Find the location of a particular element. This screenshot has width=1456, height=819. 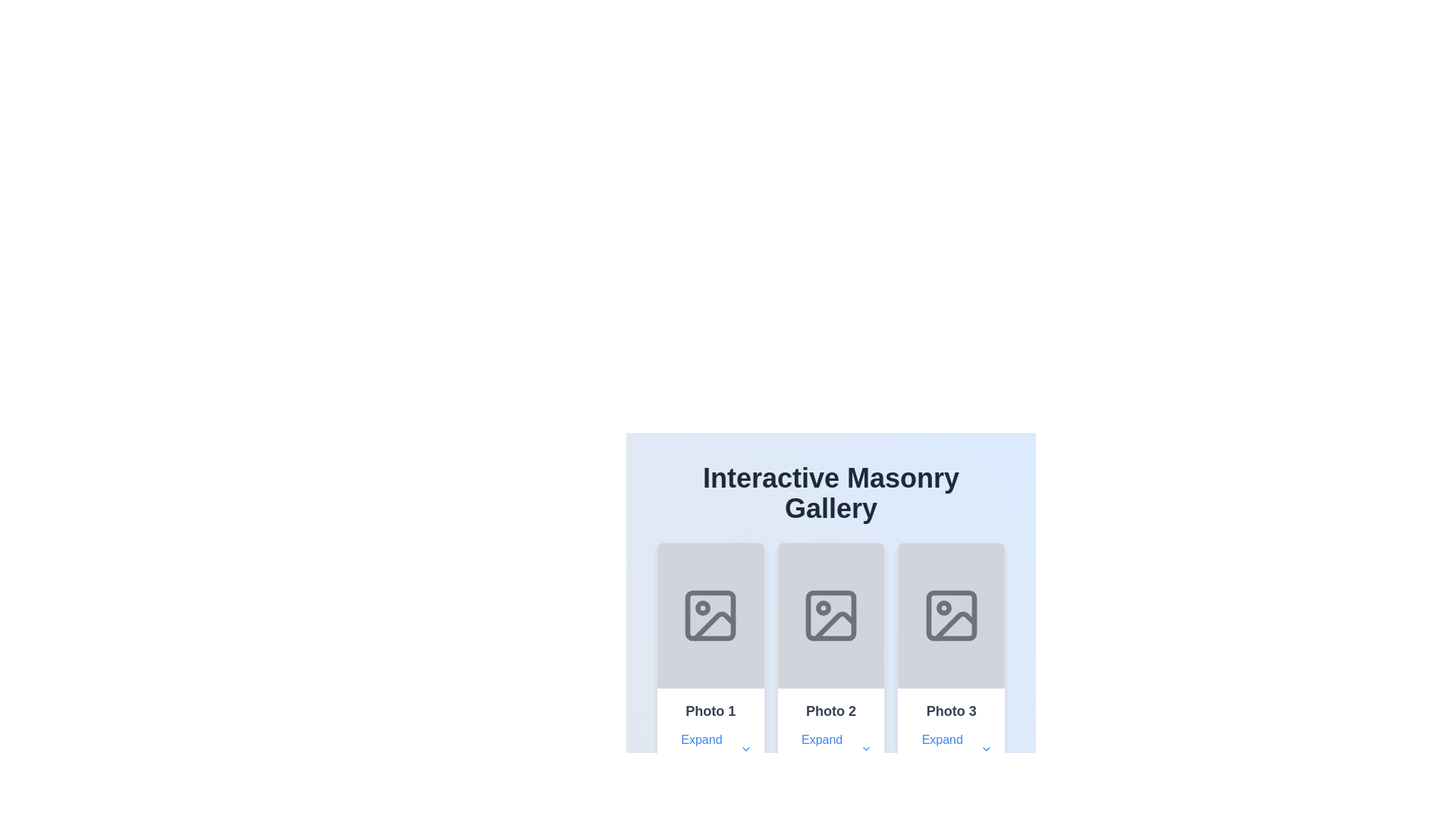

the SVG Placeholder Icon located centrally within the first card labeled 'Photo 1' is located at coordinates (710, 616).